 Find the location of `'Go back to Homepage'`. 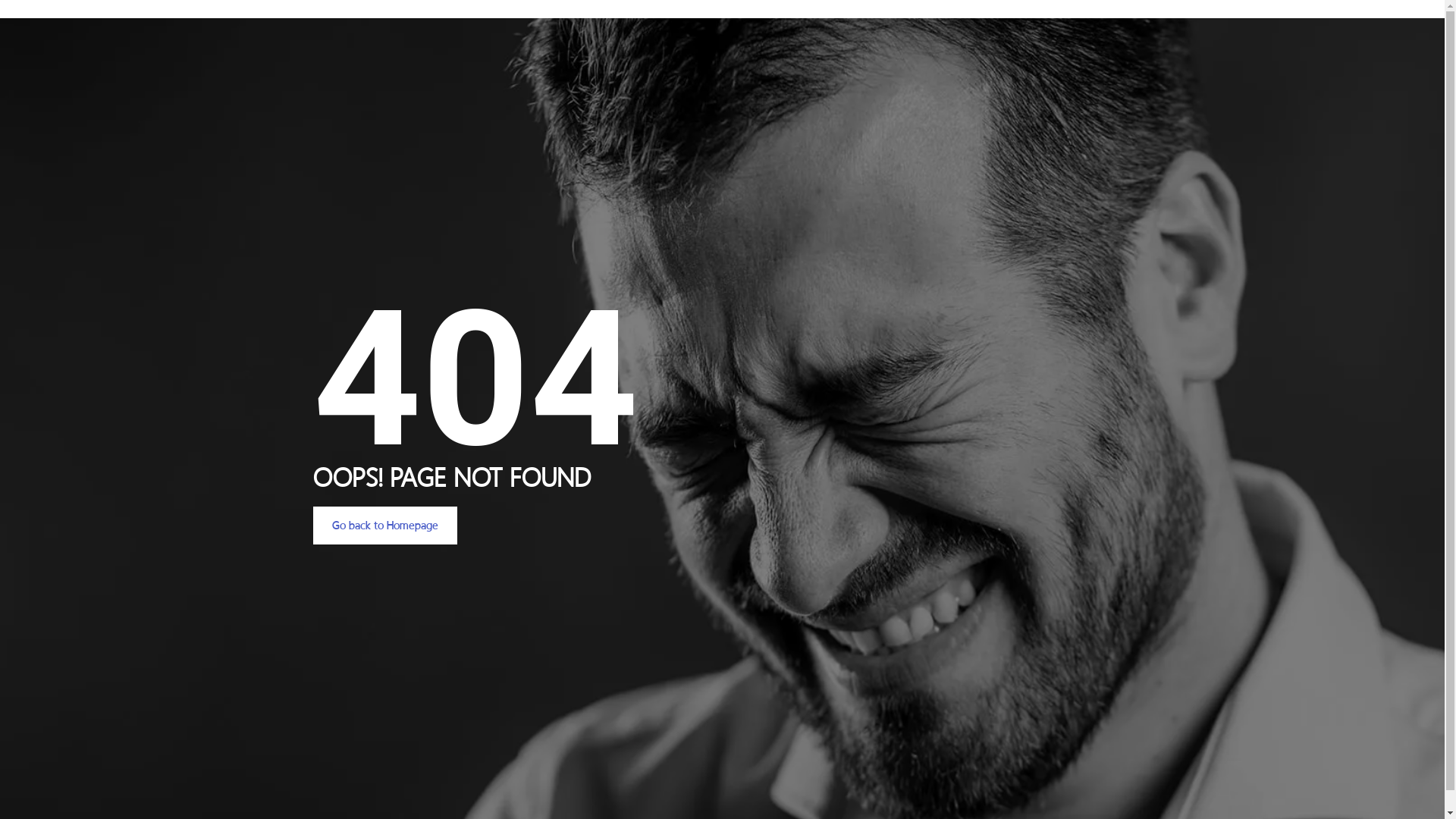

'Go back to Homepage' is located at coordinates (384, 525).